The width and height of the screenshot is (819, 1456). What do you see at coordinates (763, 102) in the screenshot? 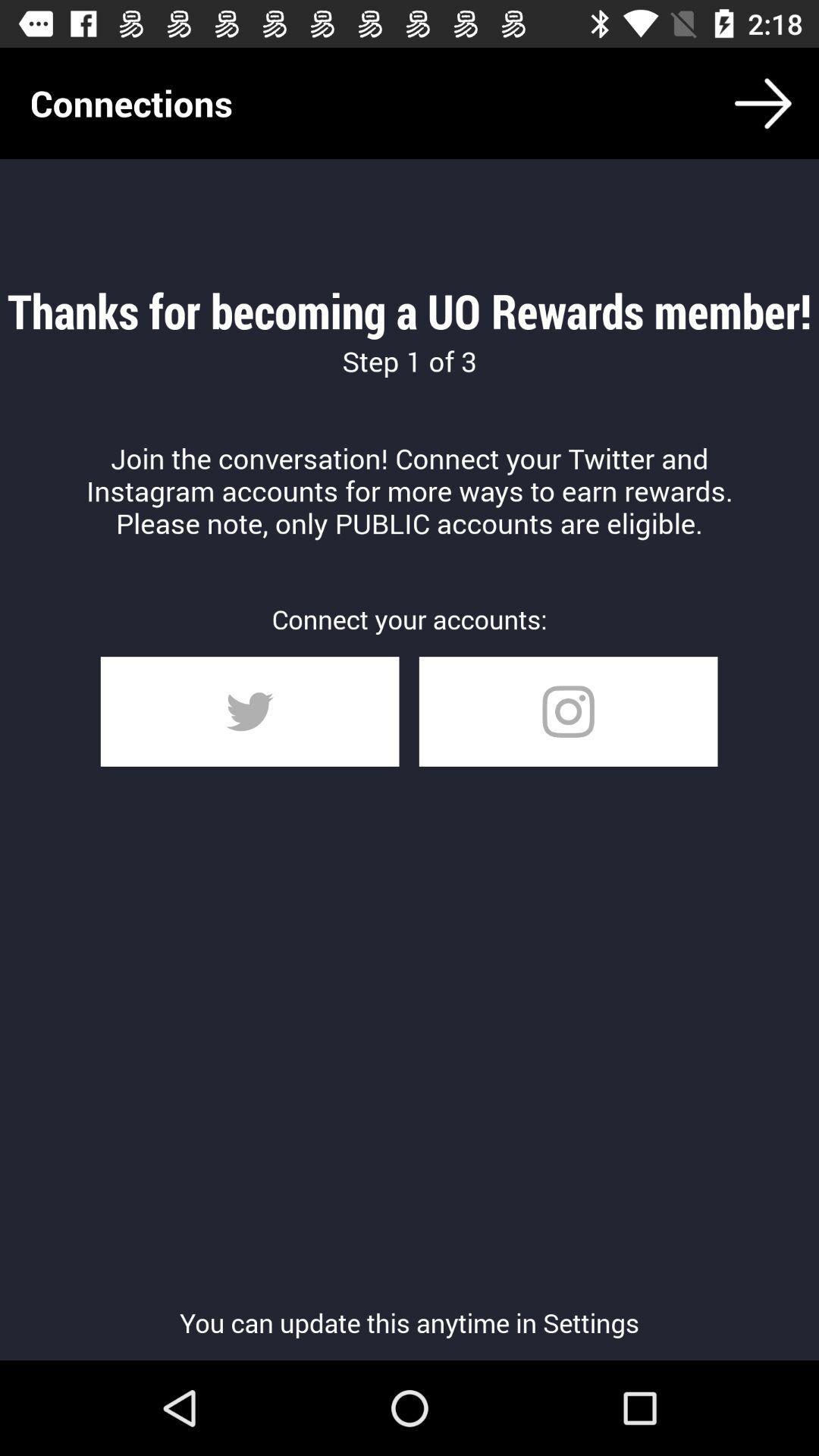
I see `icon above thanks for becoming` at bounding box center [763, 102].